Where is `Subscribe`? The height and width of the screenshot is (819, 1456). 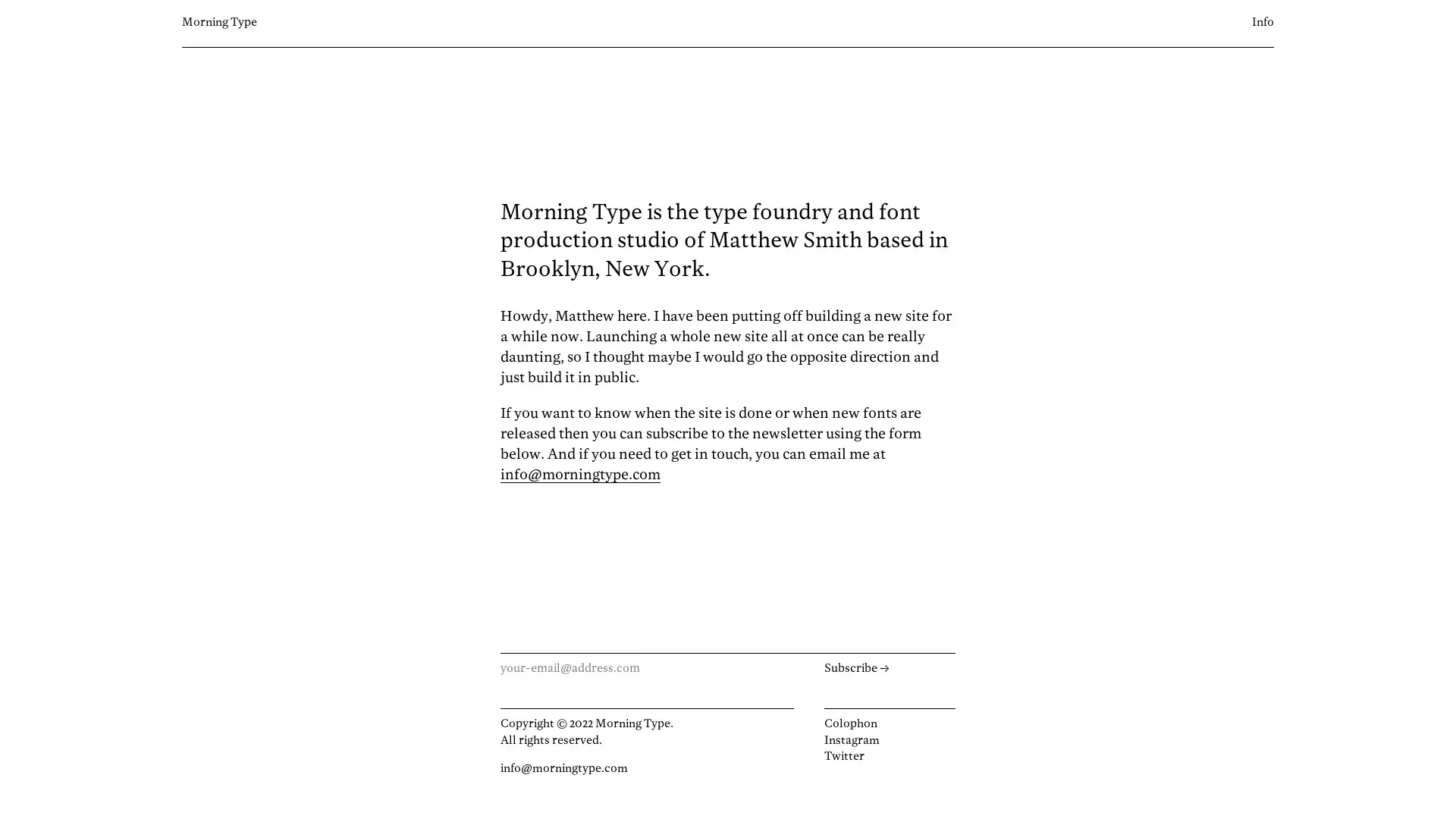 Subscribe is located at coordinates (889, 668).